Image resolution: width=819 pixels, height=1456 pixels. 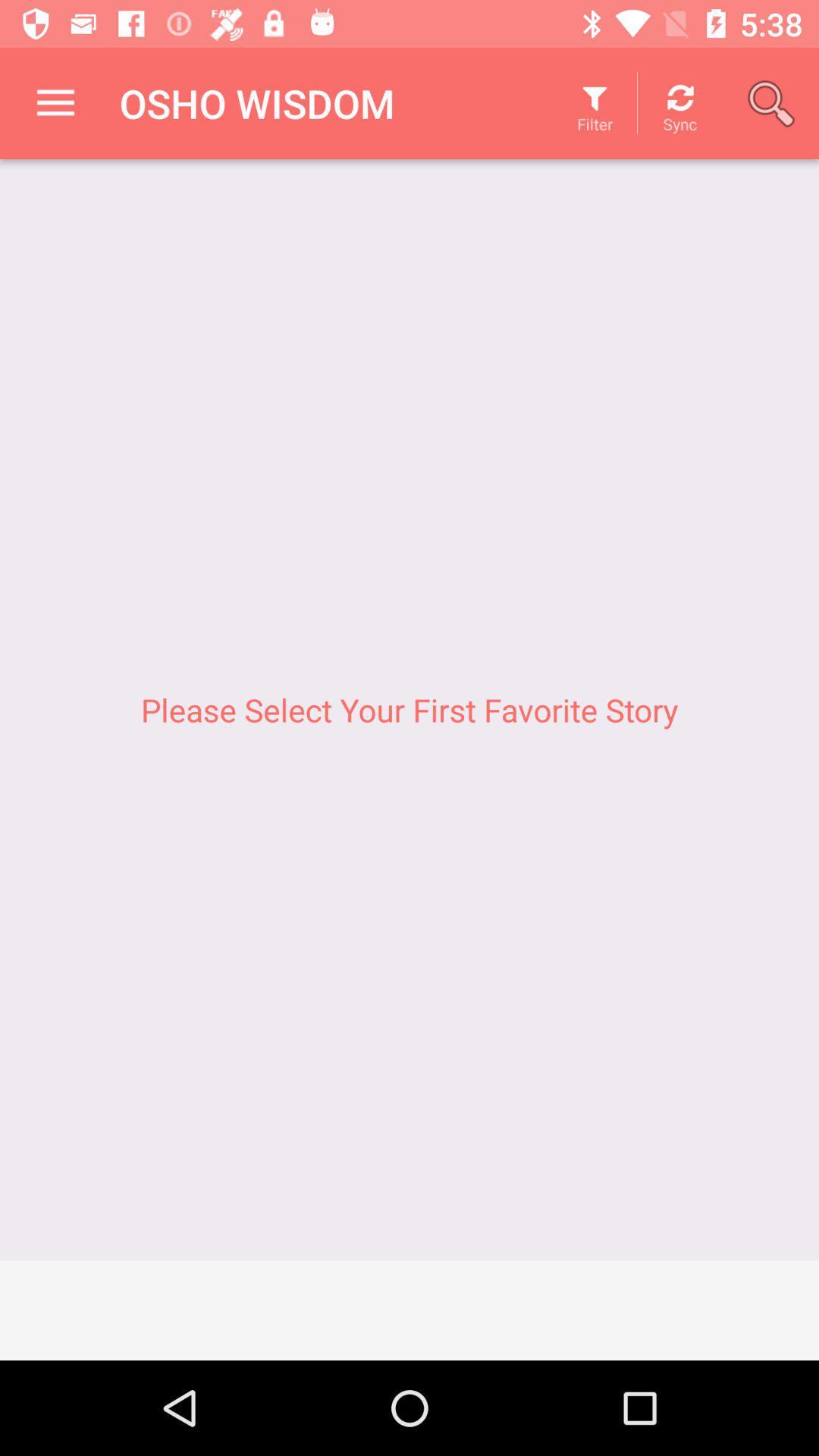 What do you see at coordinates (55, 102) in the screenshot?
I see `icon above please select your` at bounding box center [55, 102].